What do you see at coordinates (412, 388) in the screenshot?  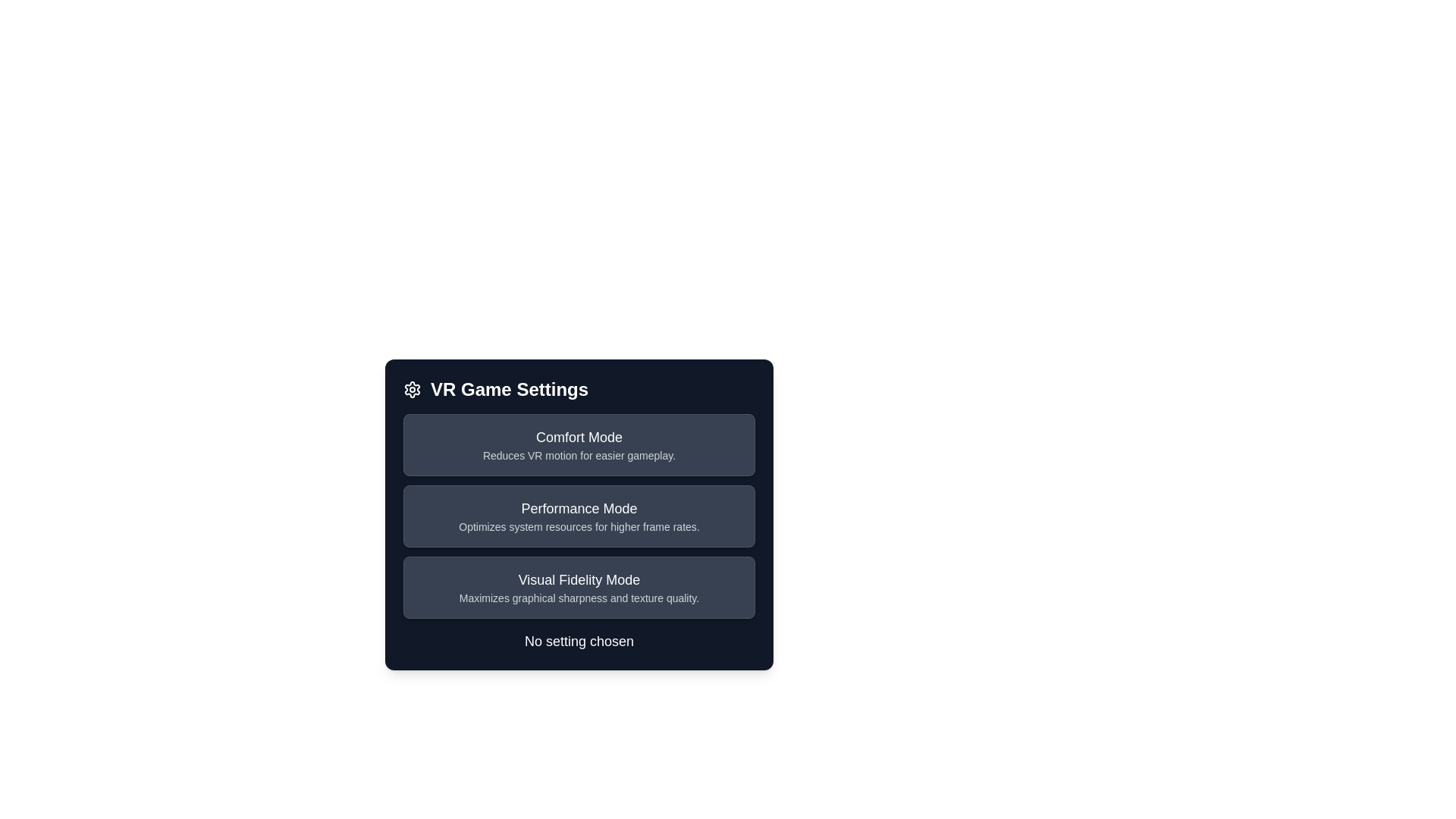 I see `the gear-shaped icon located in the top left section of the 'VR Game Settings' header` at bounding box center [412, 388].